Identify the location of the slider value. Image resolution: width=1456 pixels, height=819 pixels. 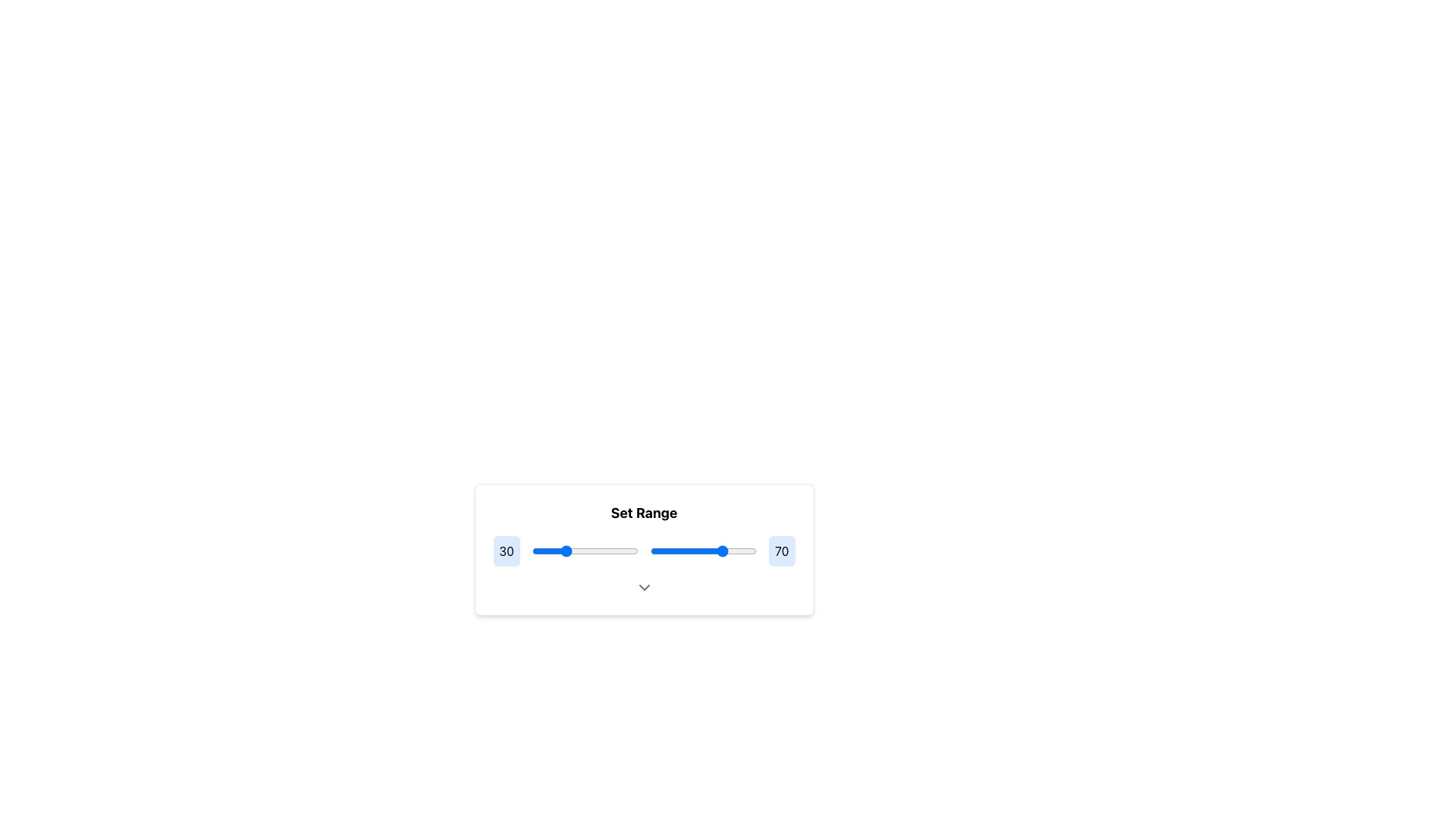
(604, 551).